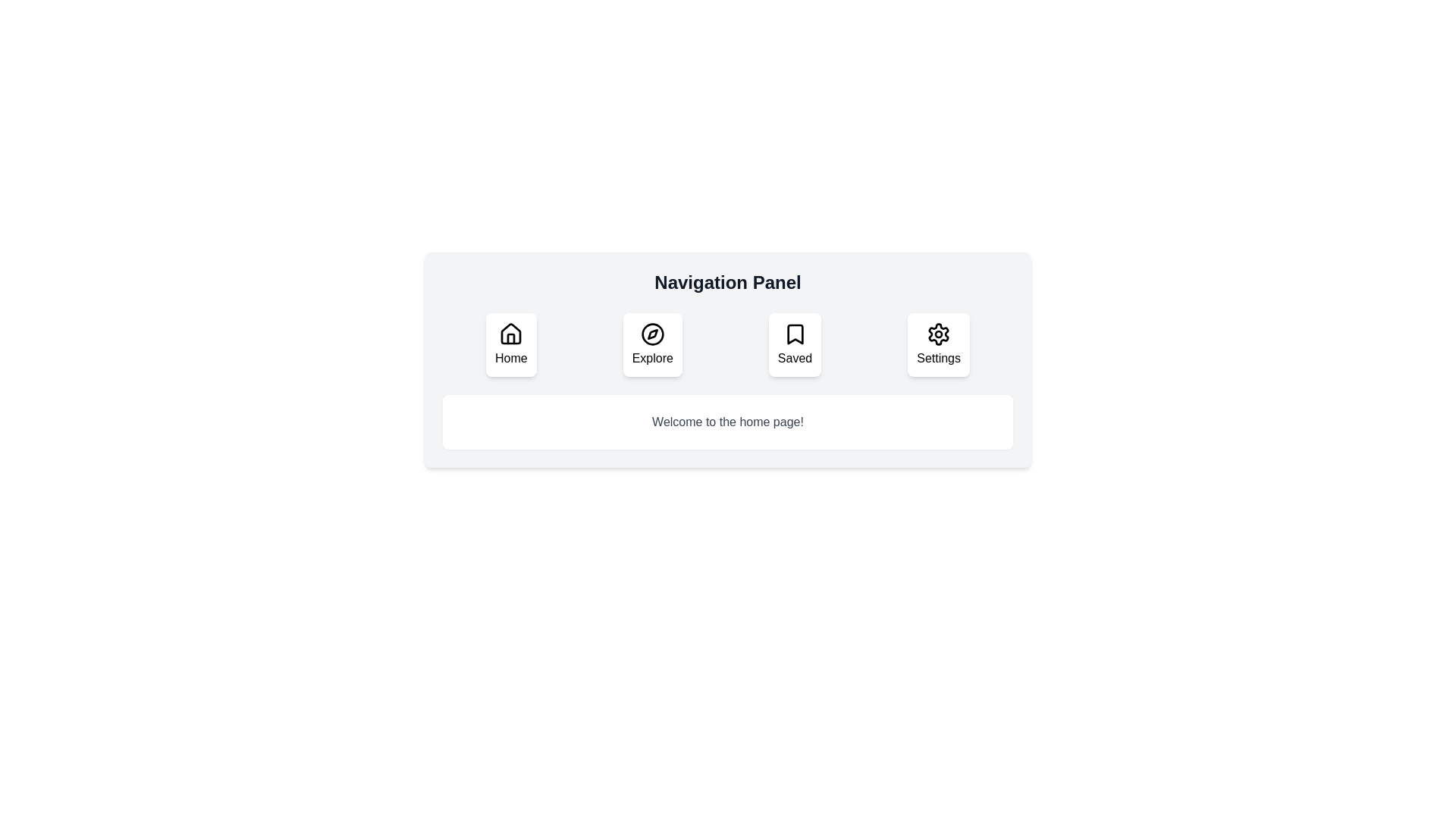 The image size is (1456, 819). I want to click on 'Home' text label, which serves as a navigation button identifier positioned below the house icon in the first navigation card, so click(511, 359).